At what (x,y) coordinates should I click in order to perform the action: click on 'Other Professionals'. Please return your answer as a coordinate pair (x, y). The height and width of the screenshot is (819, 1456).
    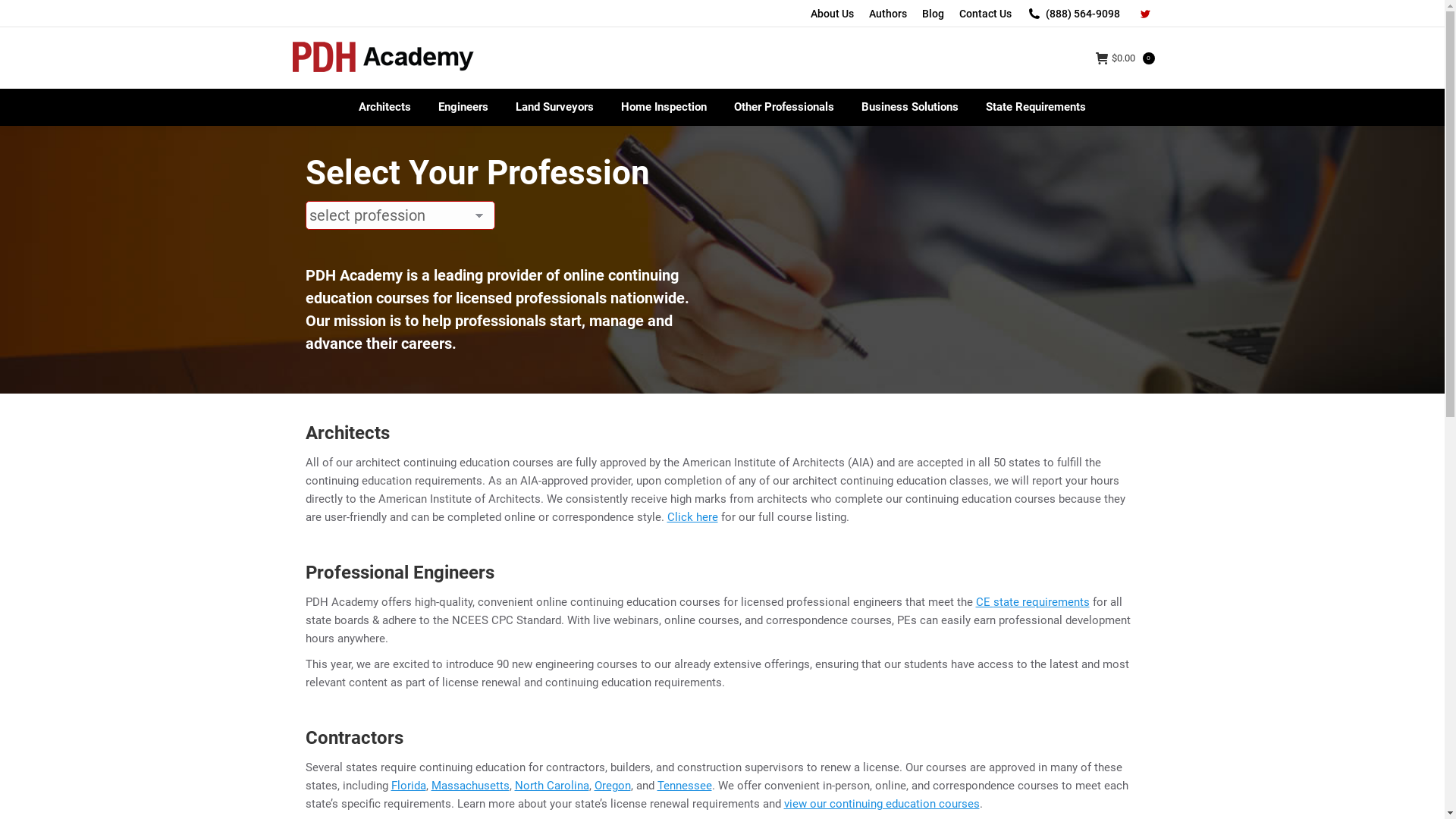
    Looking at the image, I should click on (783, 106).